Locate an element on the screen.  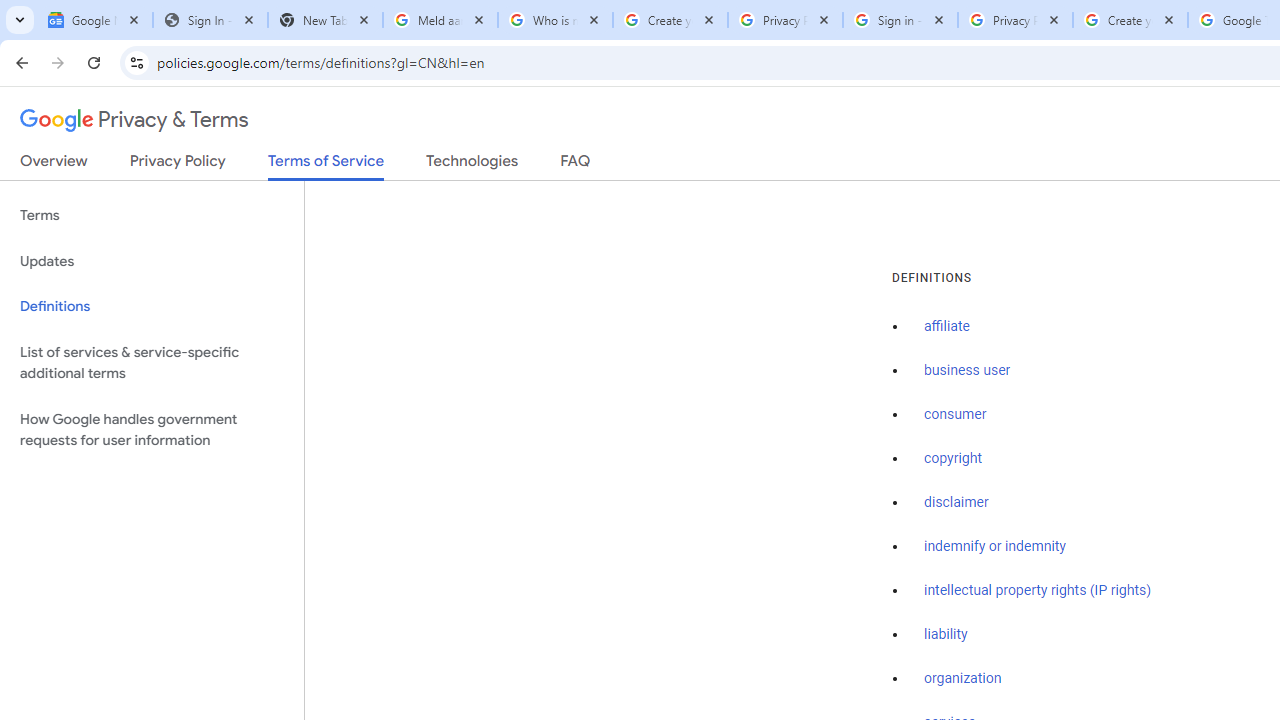
'New Tab' is located at coordinates (325, 20).